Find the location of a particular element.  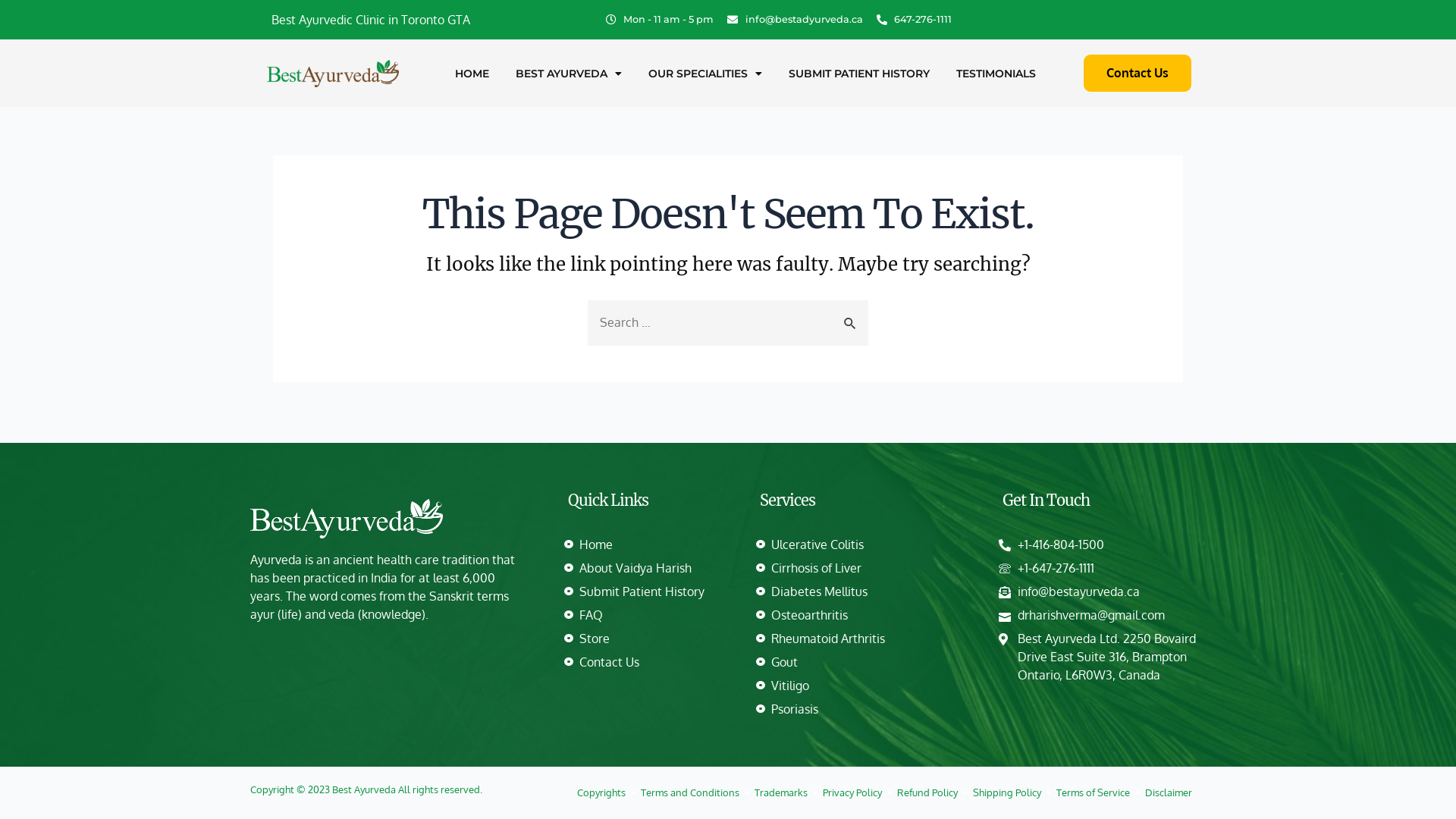

'Store' is located at coordinates (645, 638).